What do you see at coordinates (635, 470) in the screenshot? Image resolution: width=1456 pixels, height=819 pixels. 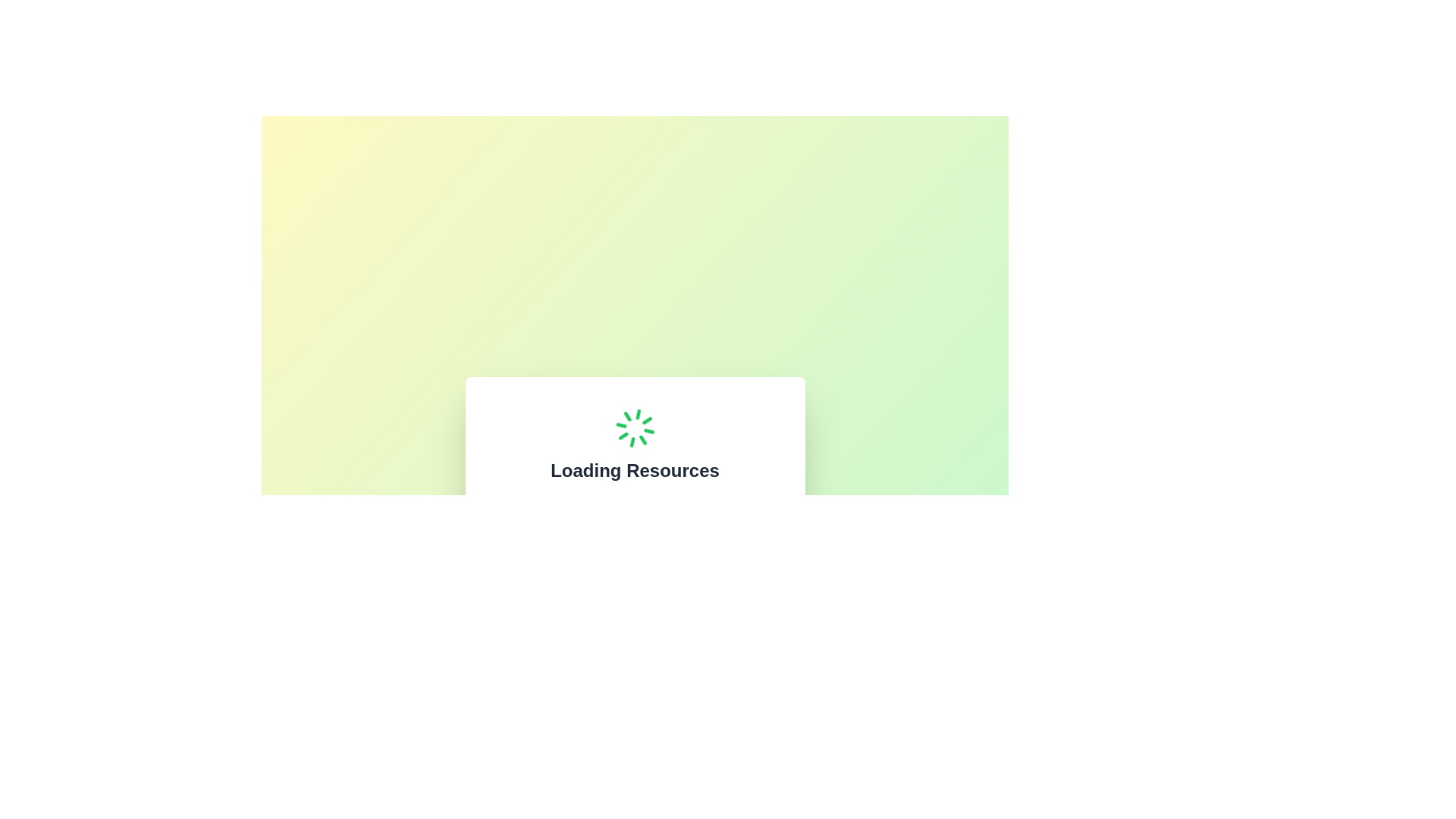 I see `the Static text heading displaying 'Loading Resources', which is centered below a spinning loader graphic and above an explanatory text line` at bounding box center [635, 470].